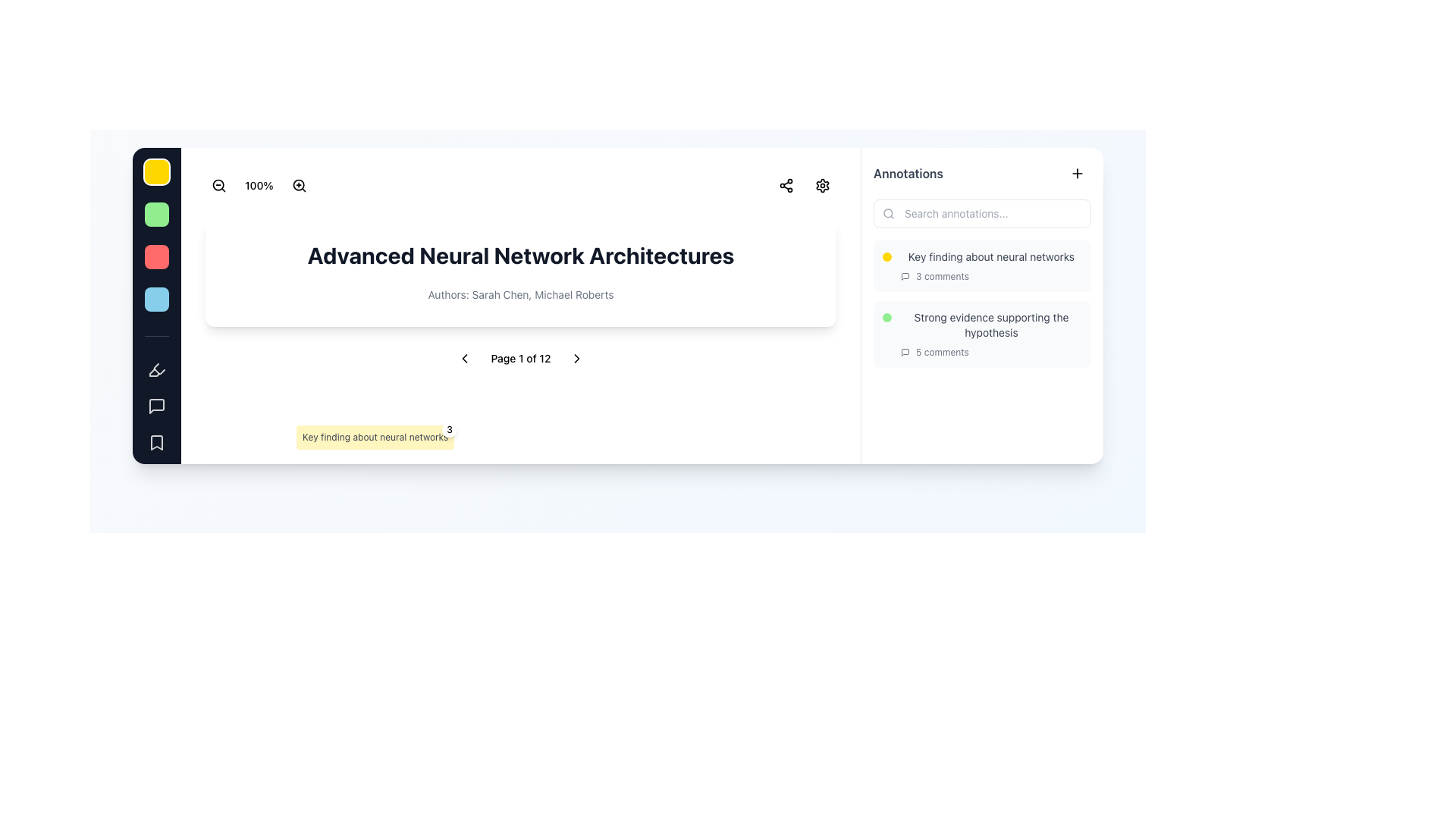 This screenshot has height=819, width=1456. What do you see at coordinates (156, 370) in the screenshot?
I see `the highlighter icon located fifth from the top in the vertical navigation bar on the left side` at bounding box center [156, 370].